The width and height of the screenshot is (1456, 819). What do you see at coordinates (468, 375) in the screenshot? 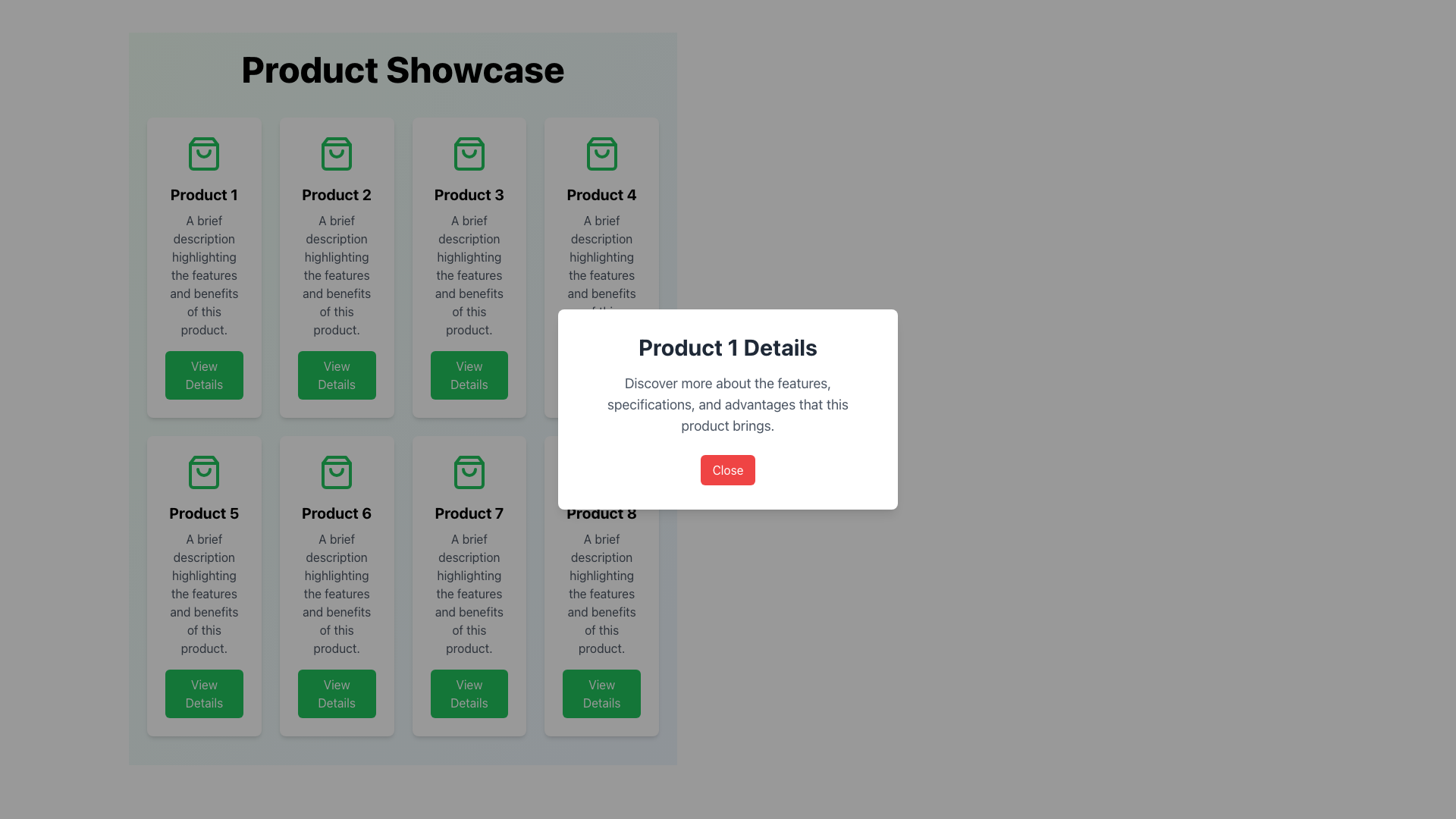
I see `the rectangular button with a green background and white text reading 'View Details' located at the bottom of the card labeled 'Product 3,' which is in the first row and third column of the grid layout` at bounding box center [468, 375].